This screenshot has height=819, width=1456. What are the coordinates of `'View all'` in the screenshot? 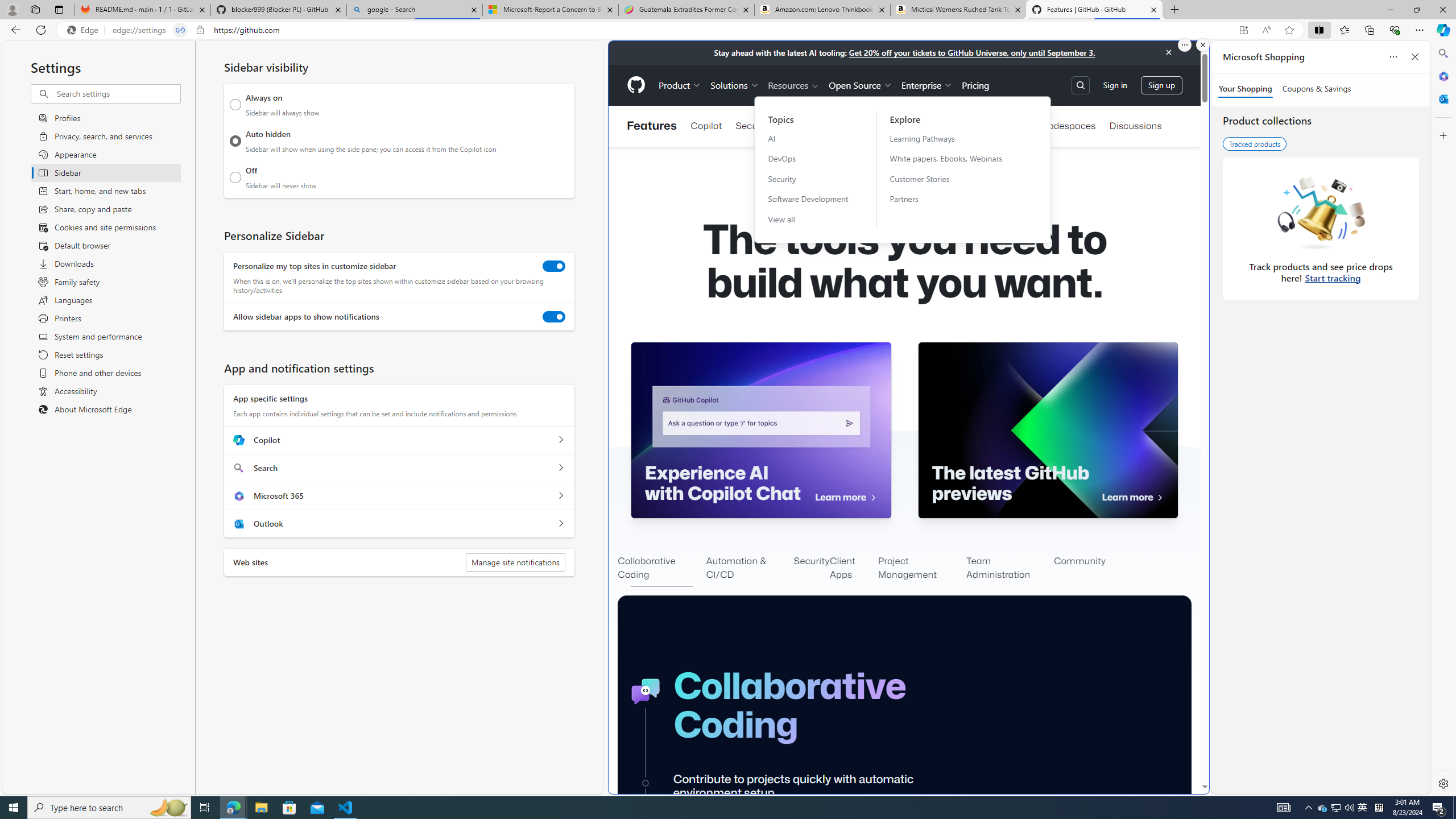 It's located at (807, 218).